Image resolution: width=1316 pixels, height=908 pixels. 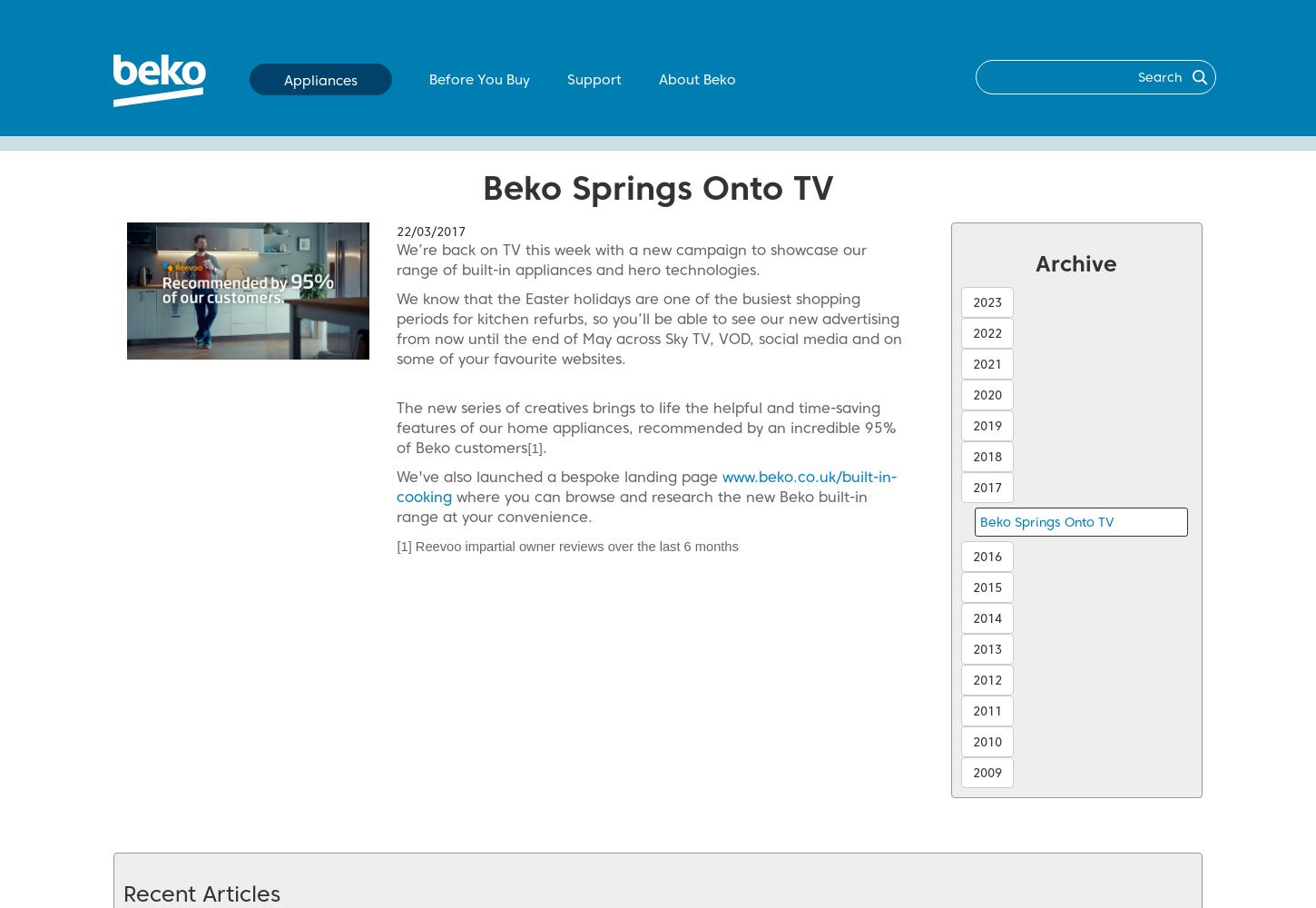 I want to click on '2021', so click(x=971, y=364).